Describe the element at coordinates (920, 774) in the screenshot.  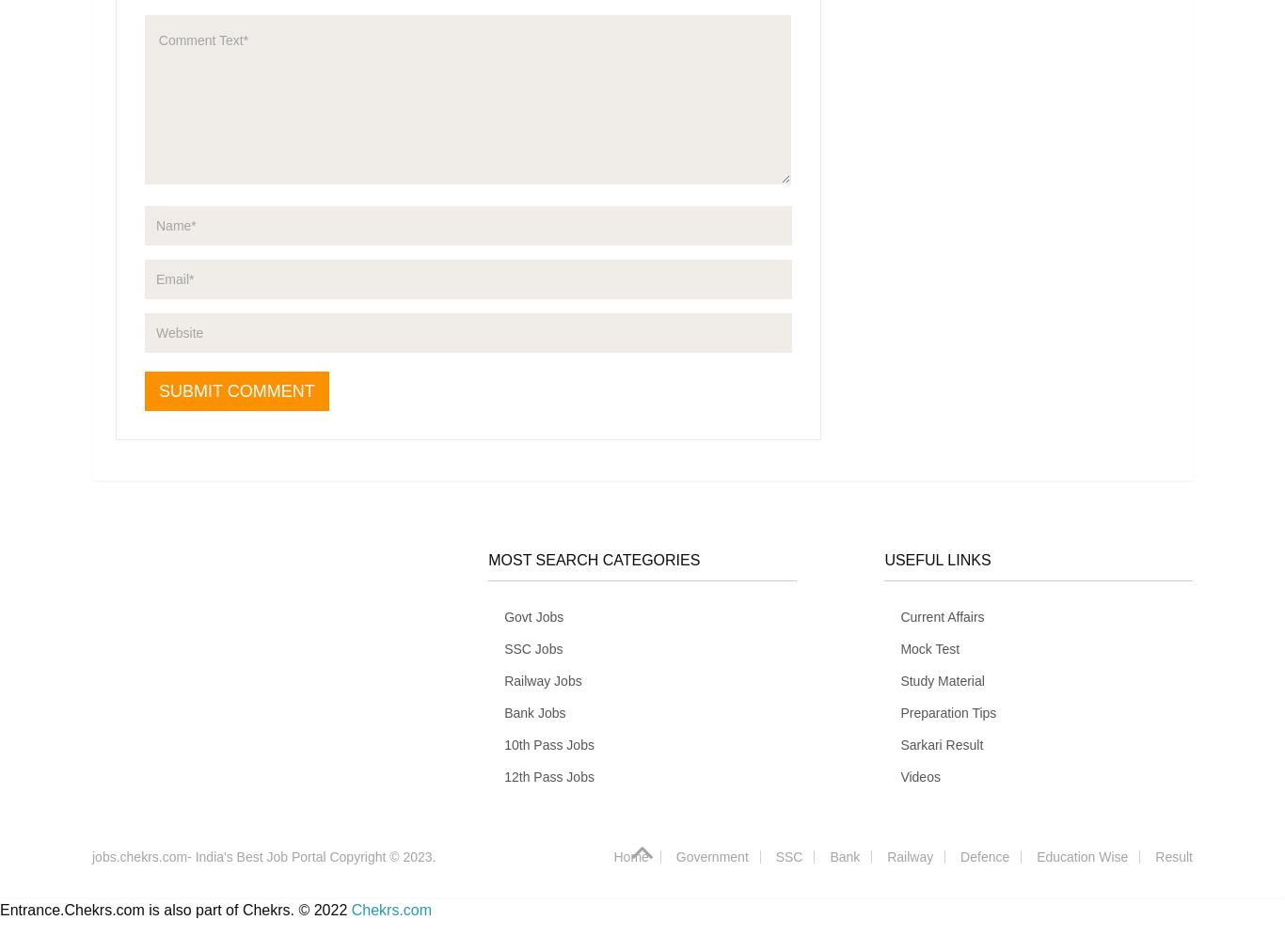
I see `'Videos'` at that location.